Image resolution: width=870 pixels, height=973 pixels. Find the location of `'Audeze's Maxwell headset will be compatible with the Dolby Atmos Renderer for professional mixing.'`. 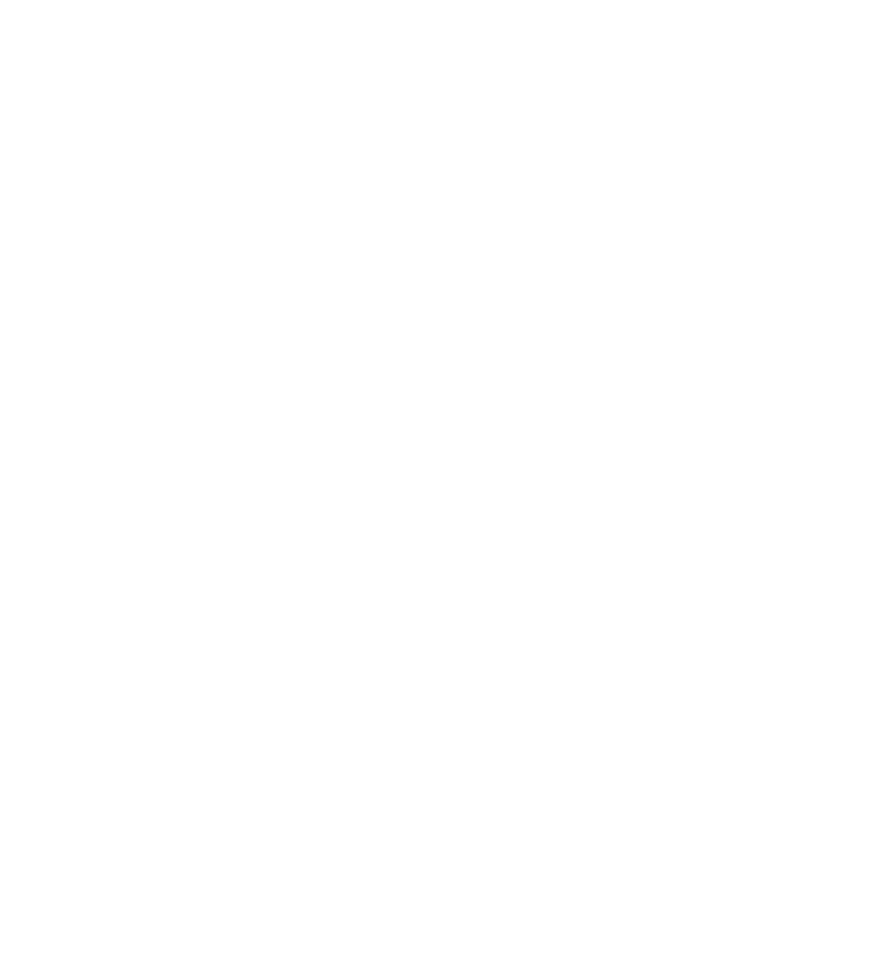

'Audeze's Maxwell headset will be compatible with the Dolby Atmos Renderer for professional mixing.' is located at coordinates (375, 813).